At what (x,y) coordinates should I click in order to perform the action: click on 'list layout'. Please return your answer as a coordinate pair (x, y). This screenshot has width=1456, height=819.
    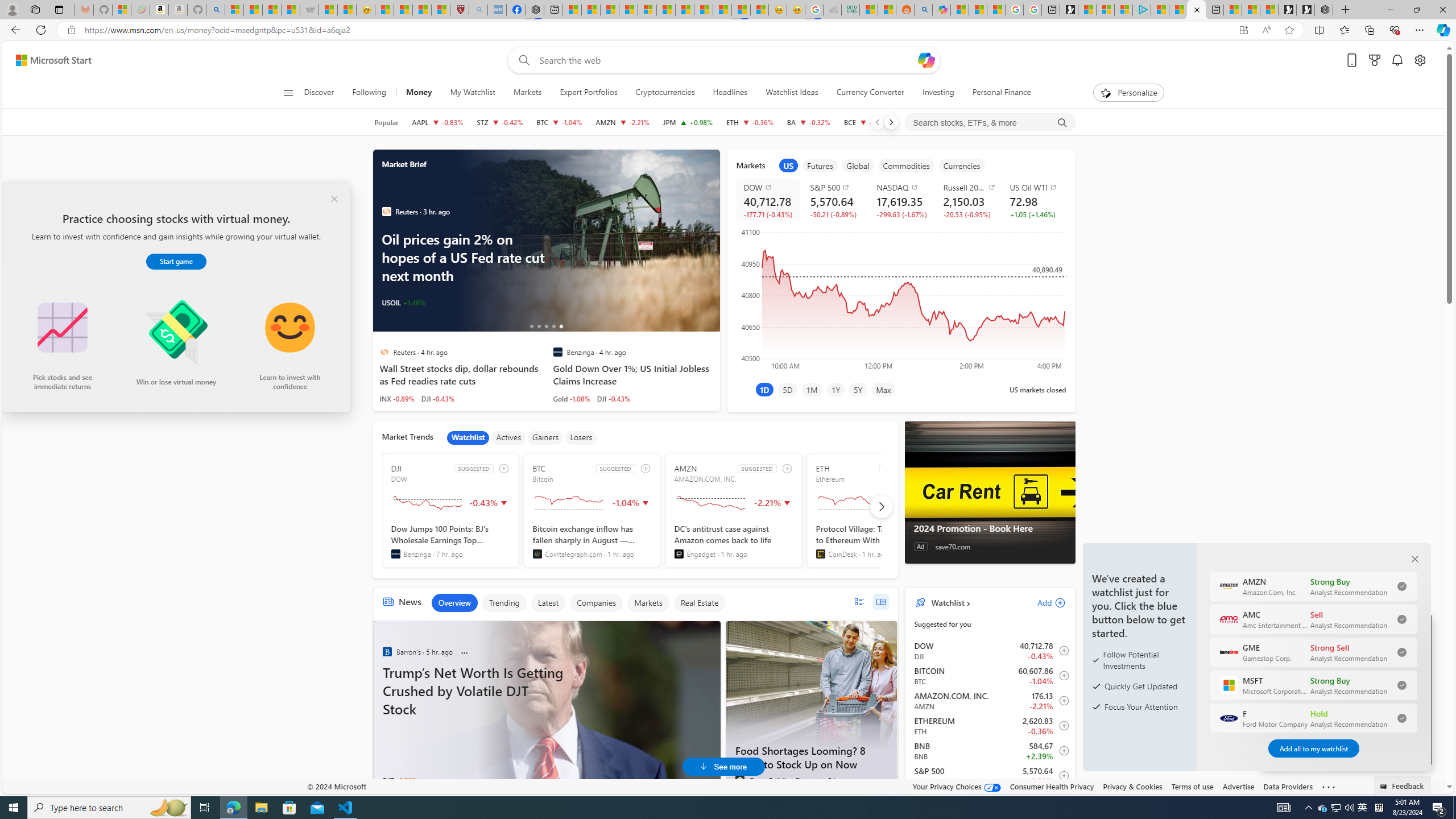
    Looking at the image, I should click on (858, 601).